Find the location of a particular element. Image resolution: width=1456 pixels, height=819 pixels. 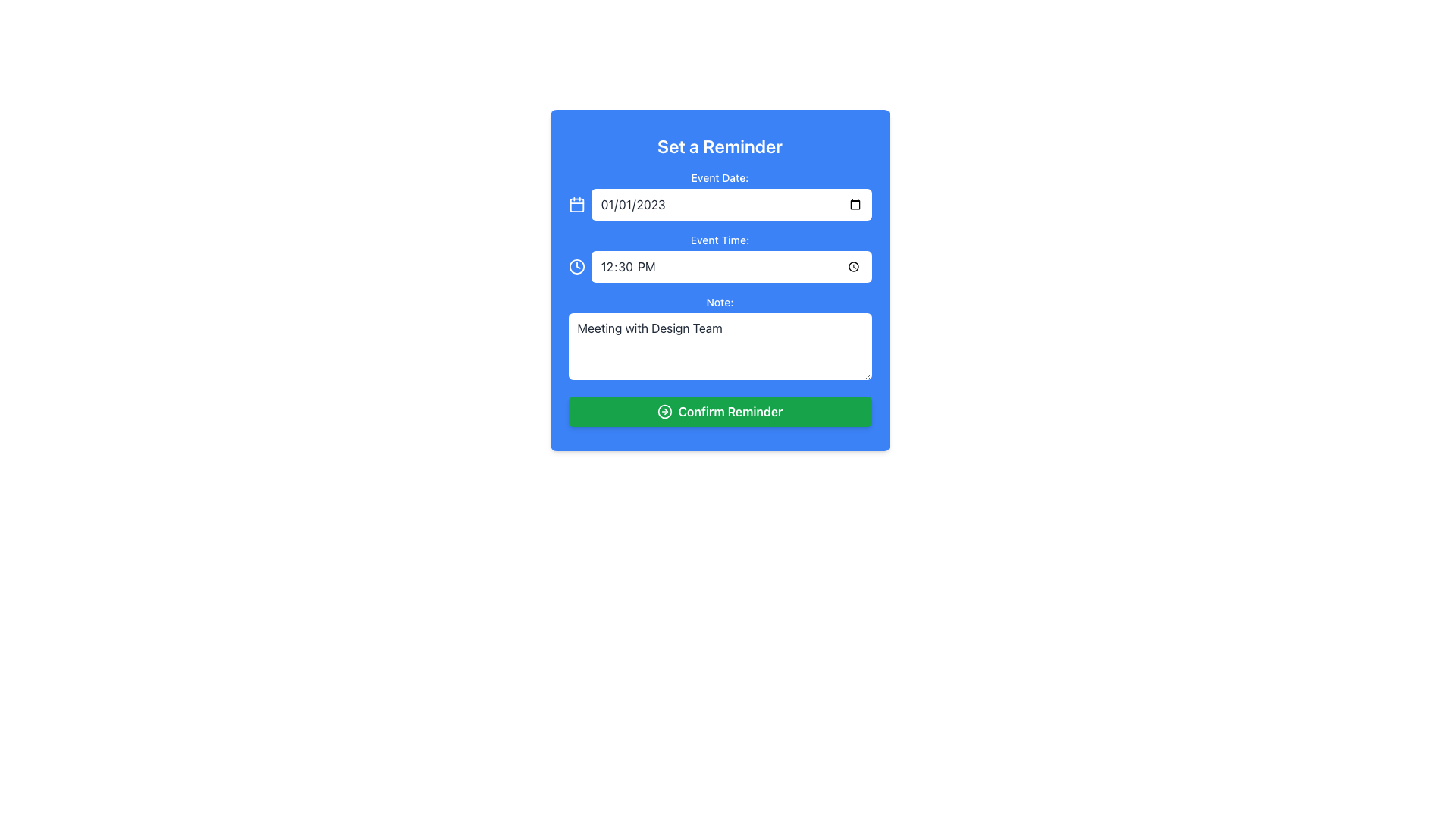

the static text label reading 'Event Time:' which is positioned above the time input field in the form panel is located at coordinates (719, 239).